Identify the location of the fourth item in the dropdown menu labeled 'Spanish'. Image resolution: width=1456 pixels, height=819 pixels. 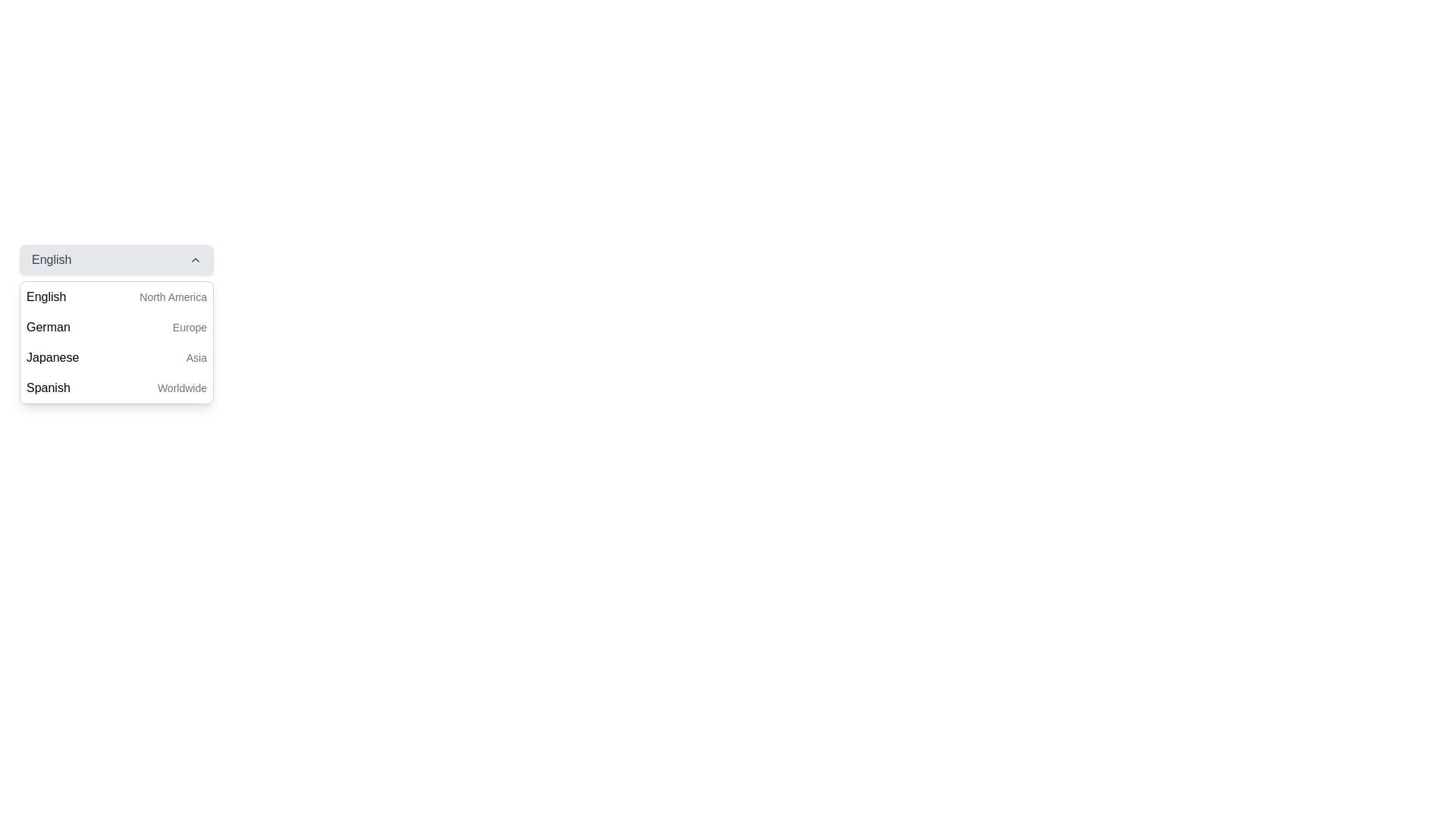
(115, 388).